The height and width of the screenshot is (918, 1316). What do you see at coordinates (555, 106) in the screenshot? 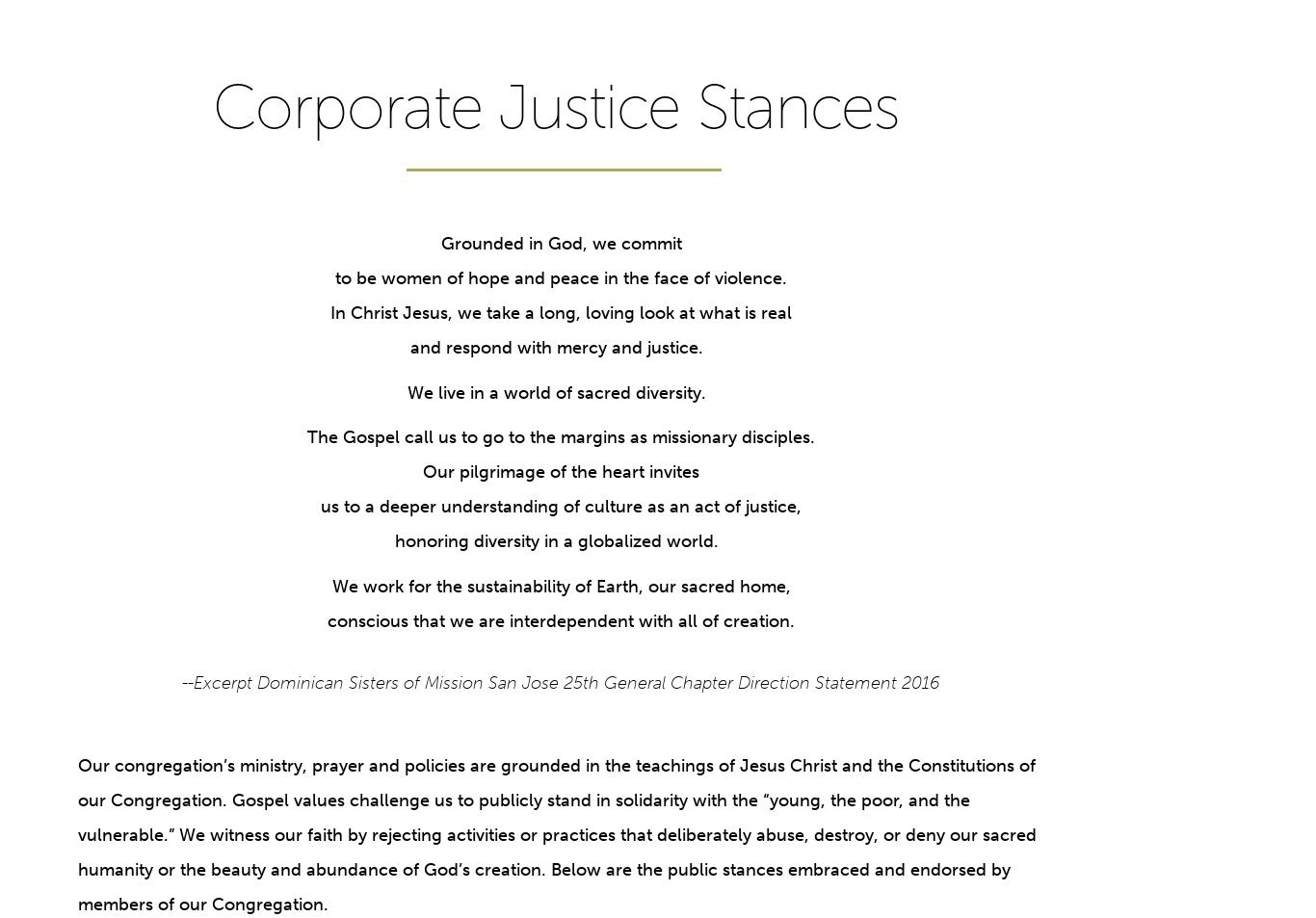
I see `'Corporate Justice Stances'` at bounding box center [555, 106].